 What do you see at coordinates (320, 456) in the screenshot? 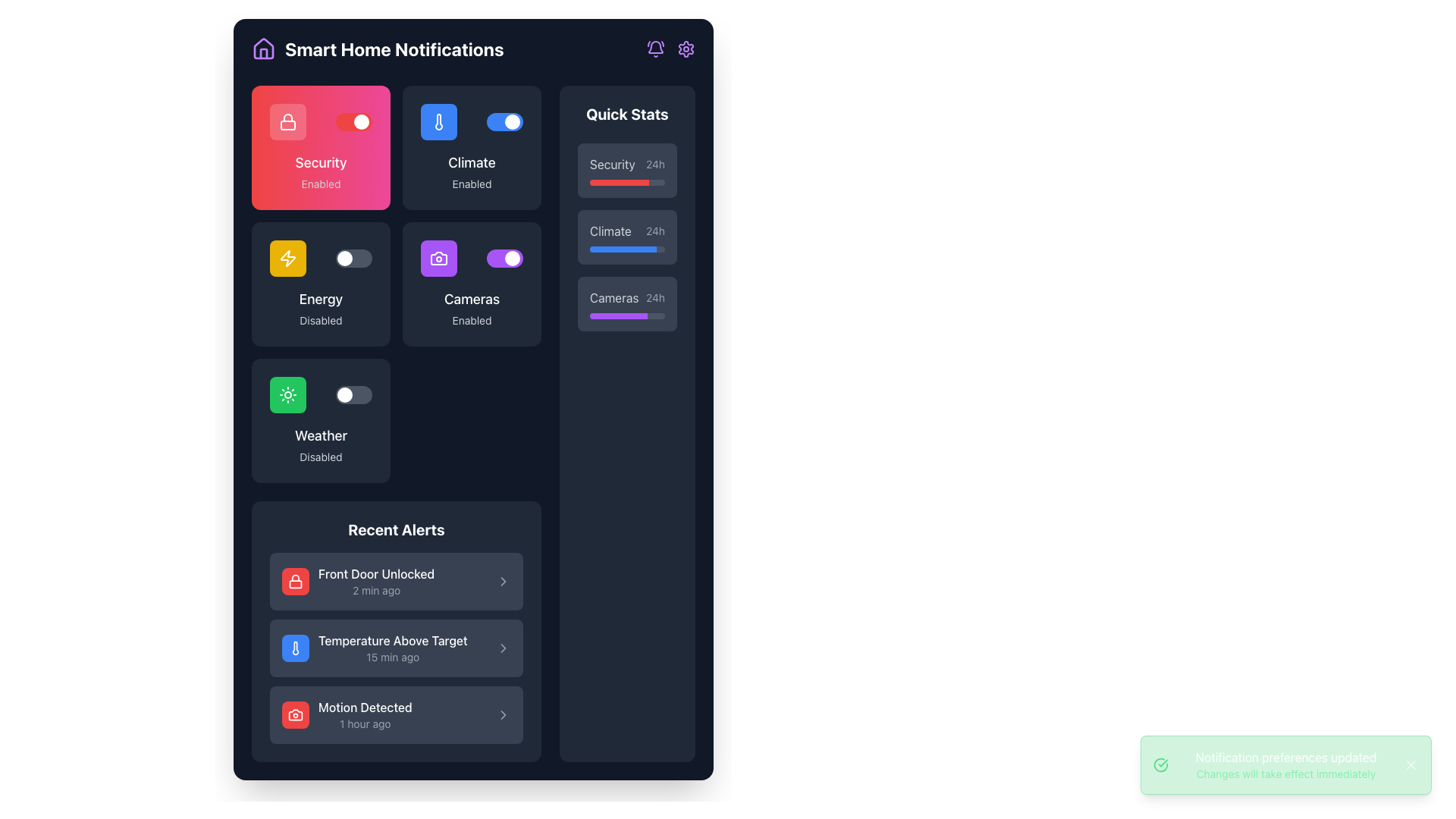
I see `the text label indicating the current status of the 'Weather' feature, which specifies that it is deactivated or unavailable, located at the bottom section of the 'Weather' card` at bounding box center [320, 456].